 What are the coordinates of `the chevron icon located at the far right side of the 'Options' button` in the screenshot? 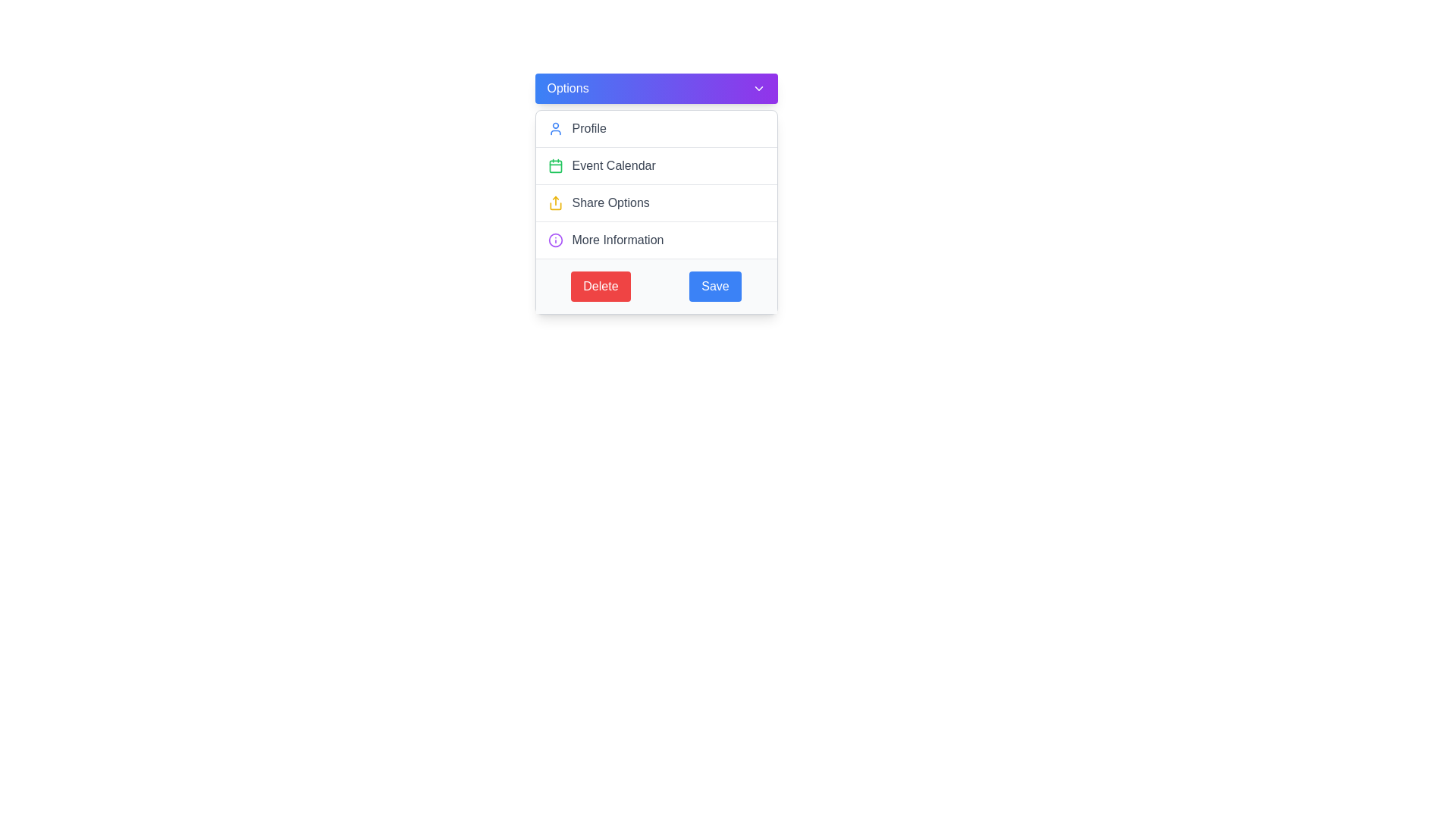 It's located at (758, 88).